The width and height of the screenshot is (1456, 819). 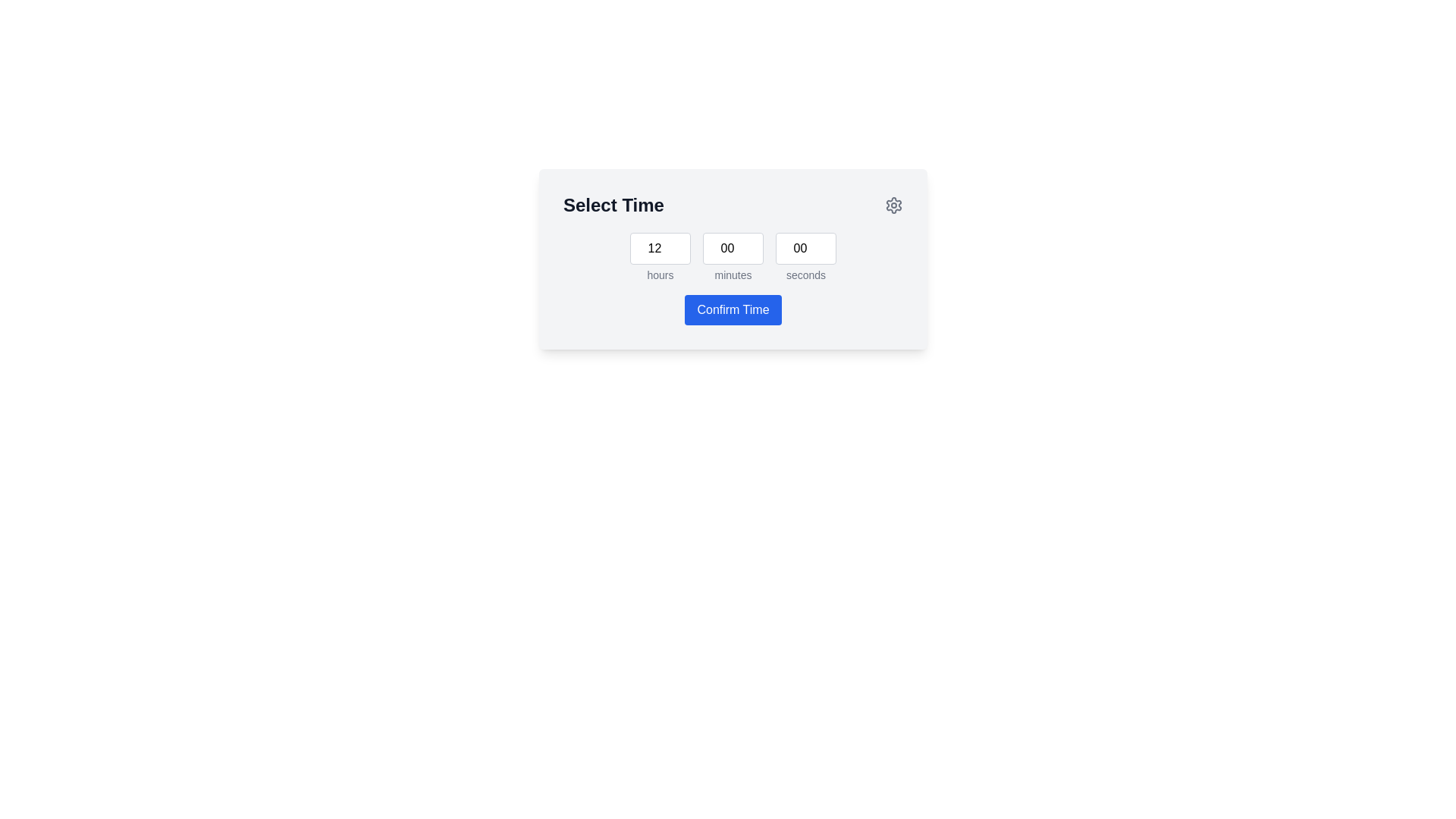 I want to click on the label displaying 'minutes', which is styled with a smaller font size and gray color, positioned directly beneath the input box for entering minutes, so click(x=733, y=275).